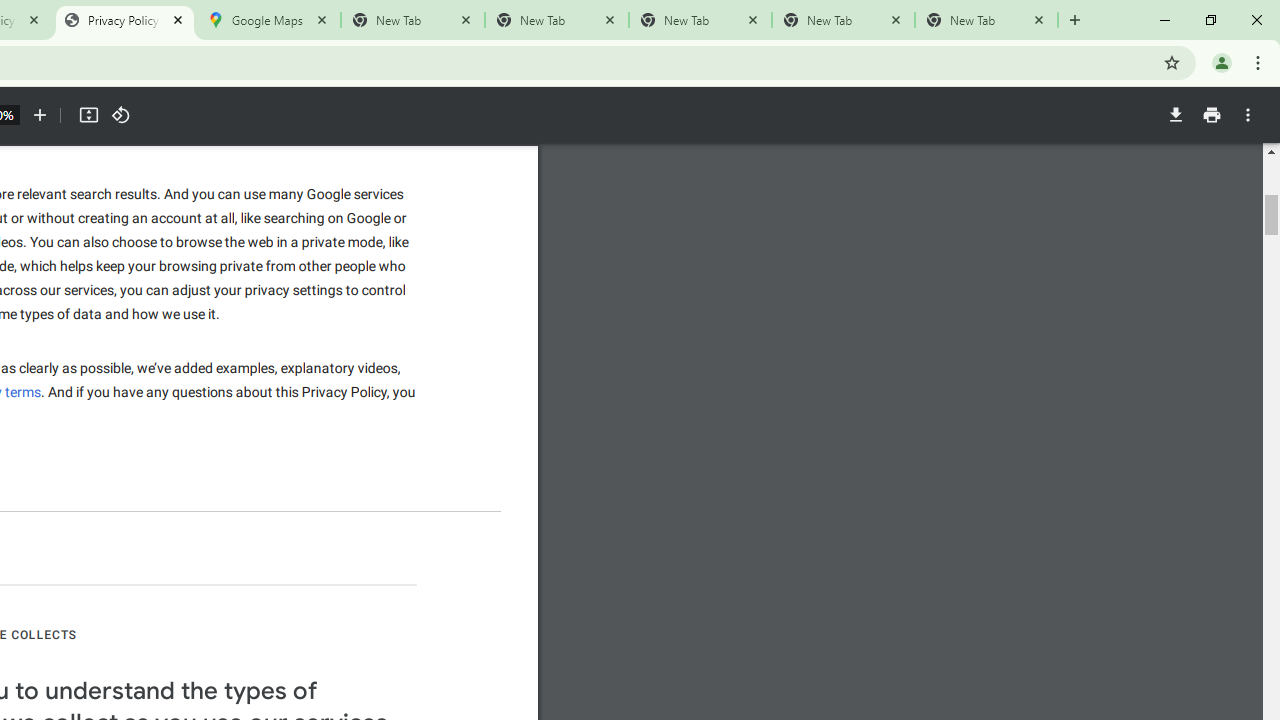 This screenshot has height=720, width=1280. I want to click on 'Rotate counterclockwise', so click(119, 115).